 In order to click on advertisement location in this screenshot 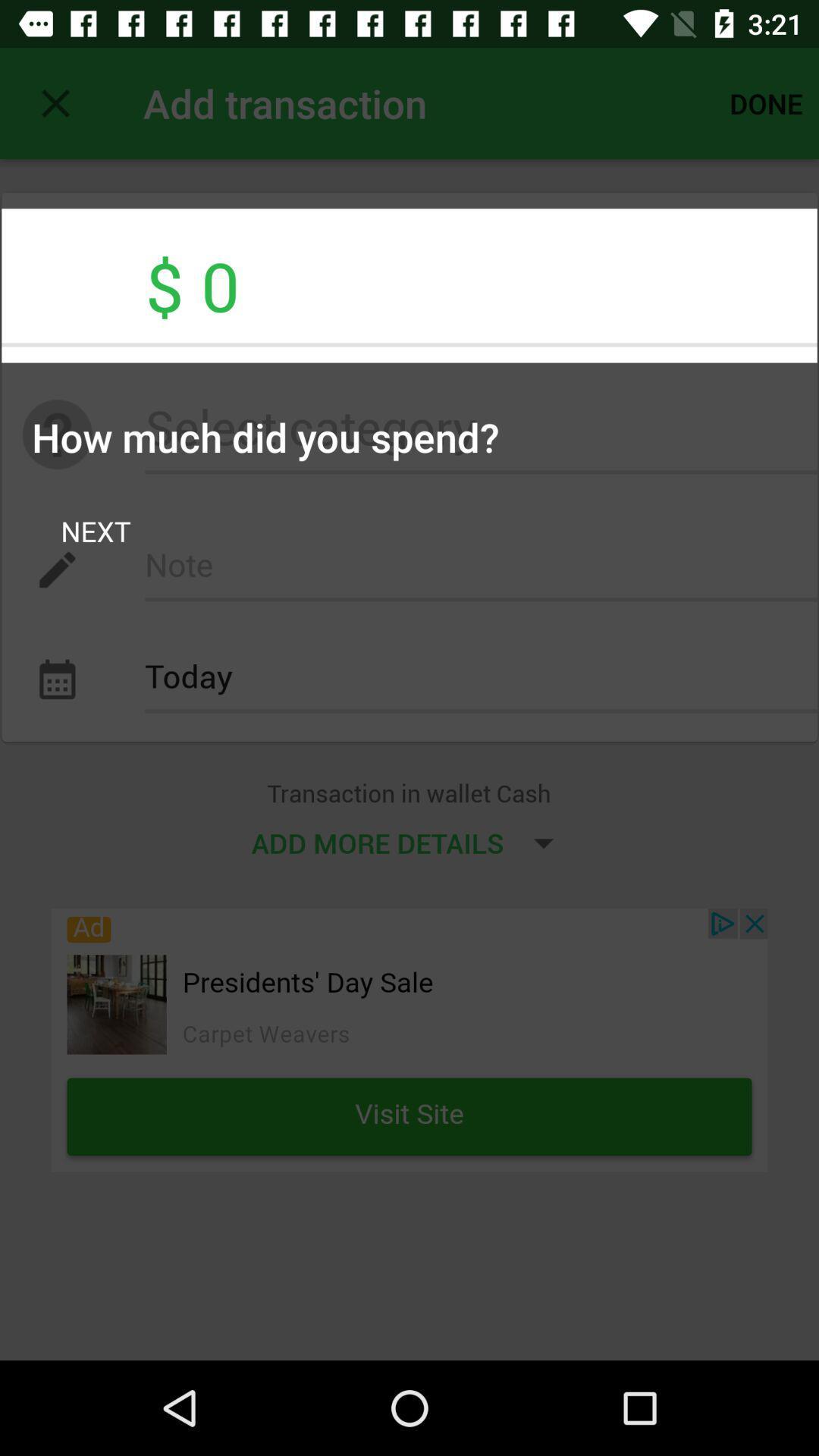, I will do `click(409, 1039)`.